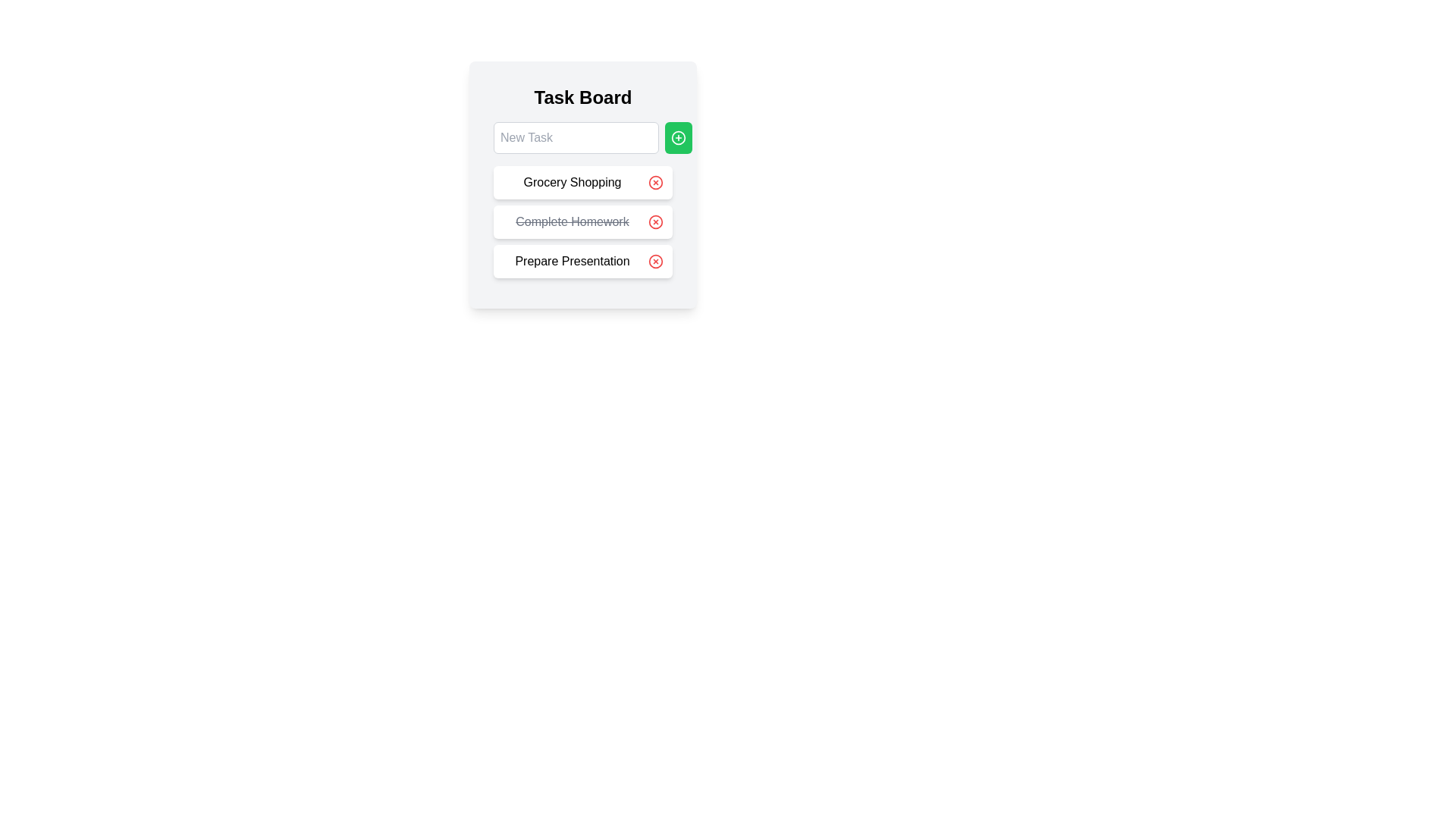 The image size is (1456, 819). What do you see at coordinates (677, 137) in the screenshot?
I see `the circular button with a plus sign icon, located to the immediate right of the 'New Task' input field on the task board interface` at bounding box center [677, 137].